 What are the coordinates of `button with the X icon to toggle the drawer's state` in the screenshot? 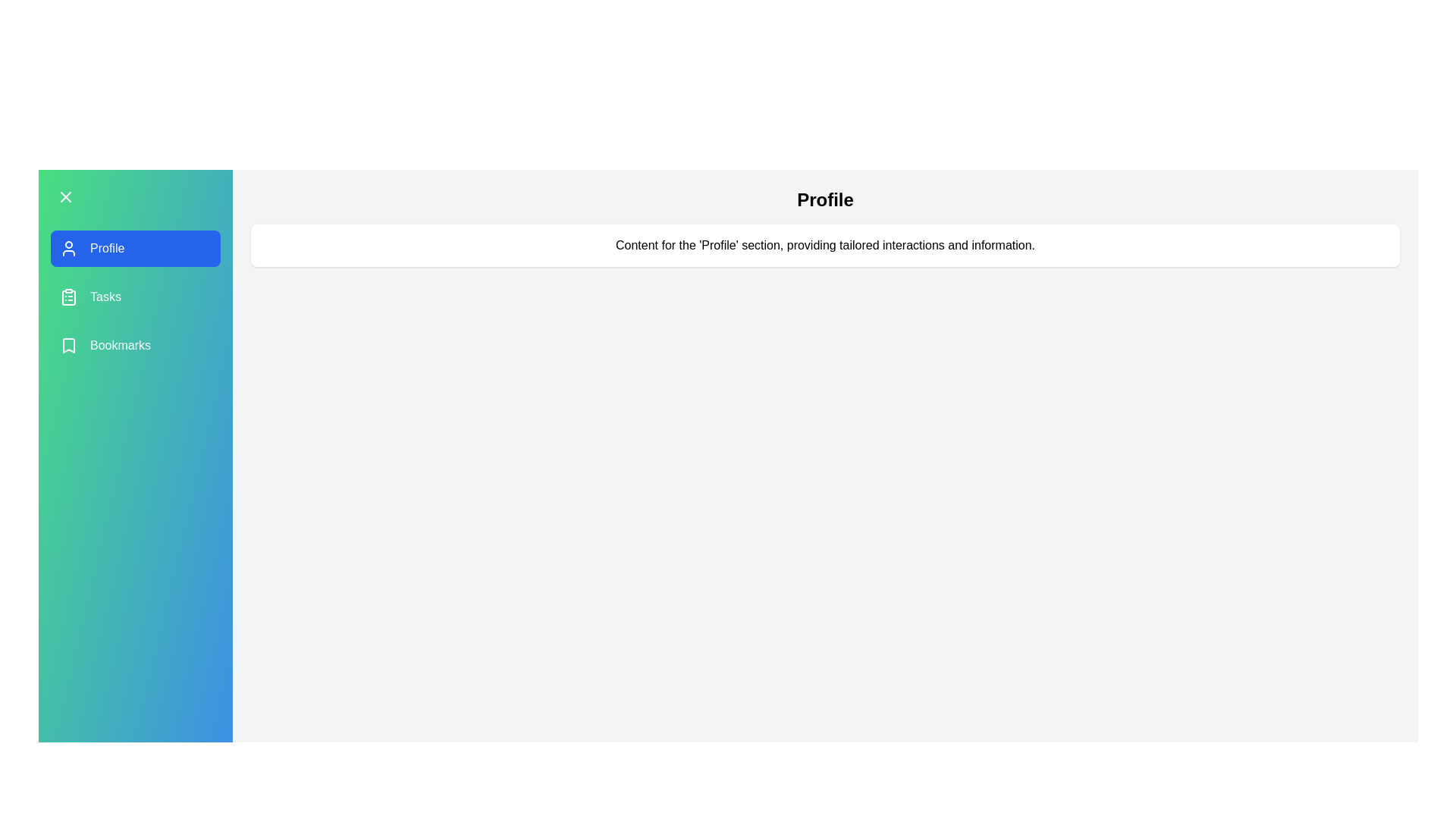 It's located at (64, 196).